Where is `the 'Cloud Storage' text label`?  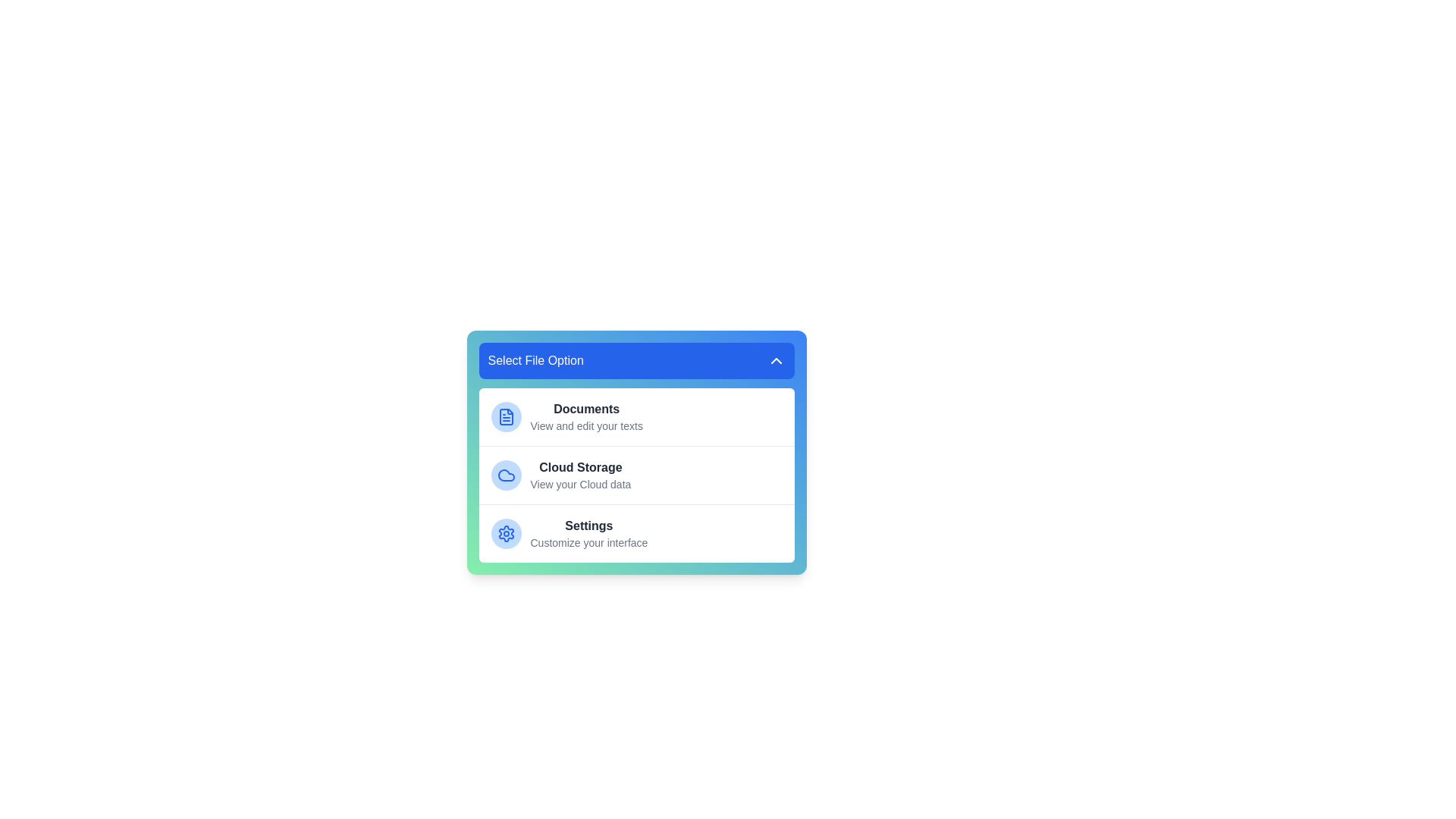 the 'Cloud Storage' text label is located at coordinates (579, 475).